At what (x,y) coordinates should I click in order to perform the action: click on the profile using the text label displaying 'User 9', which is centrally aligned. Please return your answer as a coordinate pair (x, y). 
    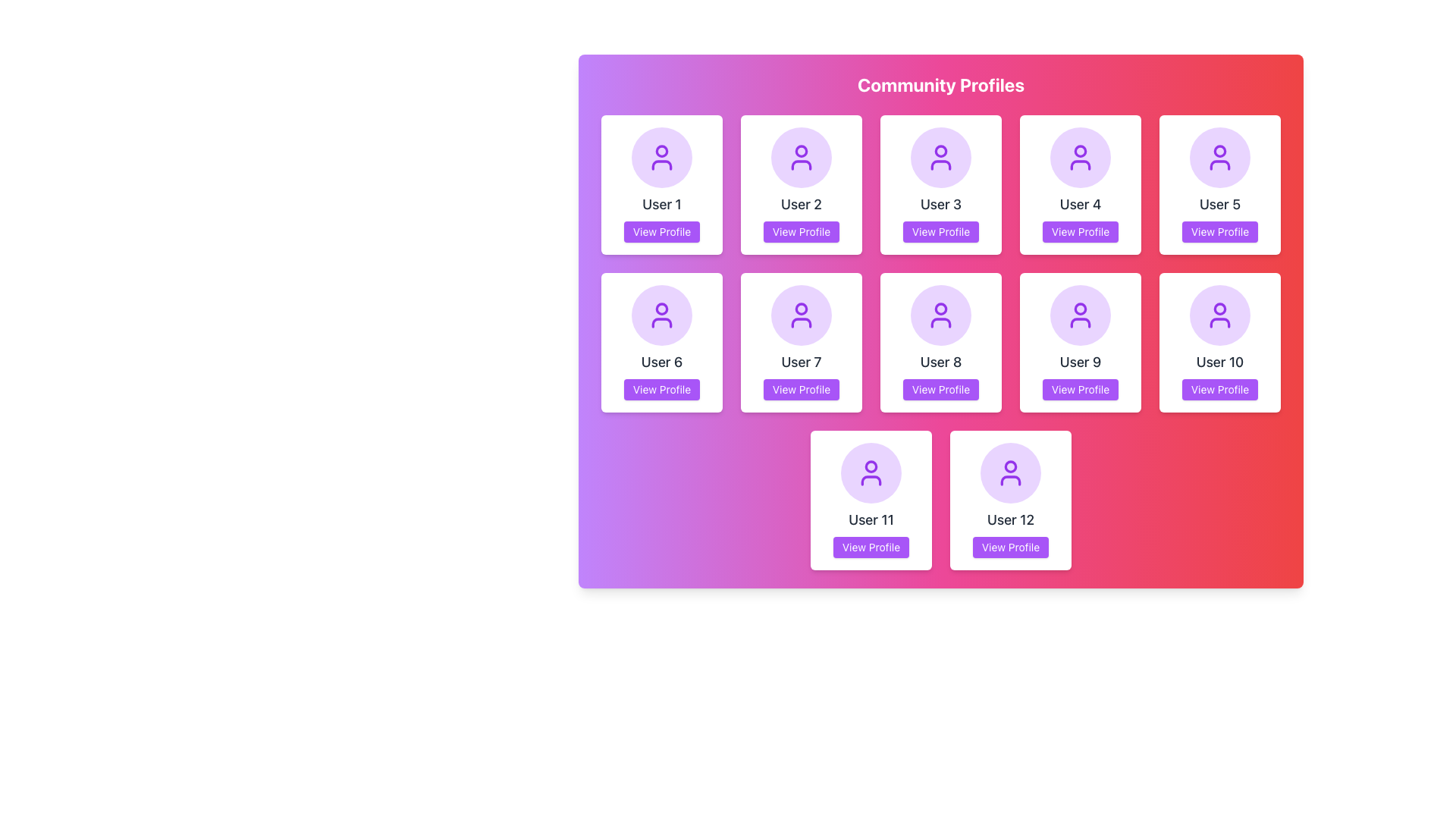
    Looking at the image, I should click on (1080, 362).